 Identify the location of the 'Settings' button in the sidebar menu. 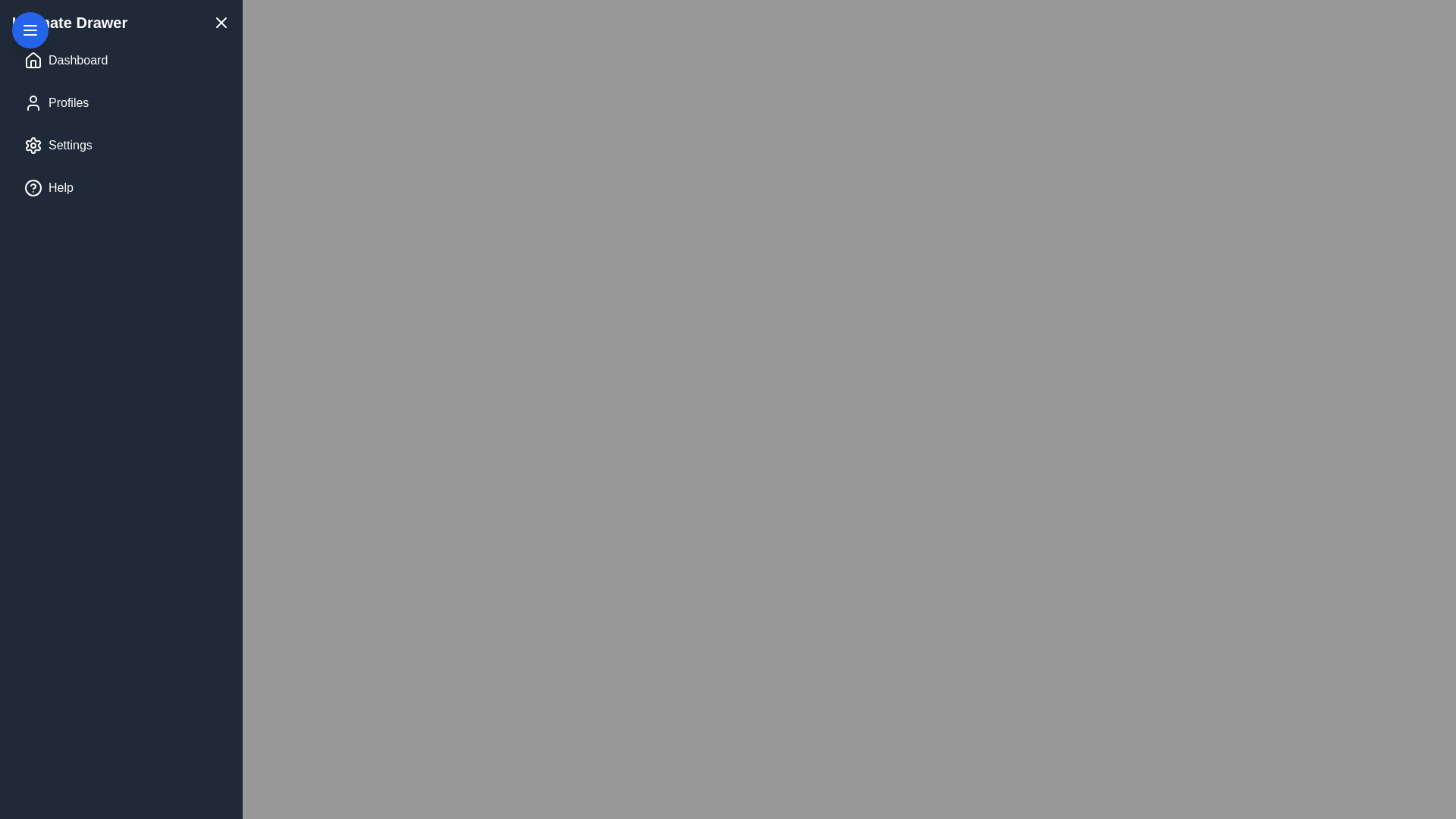
(120, 146).